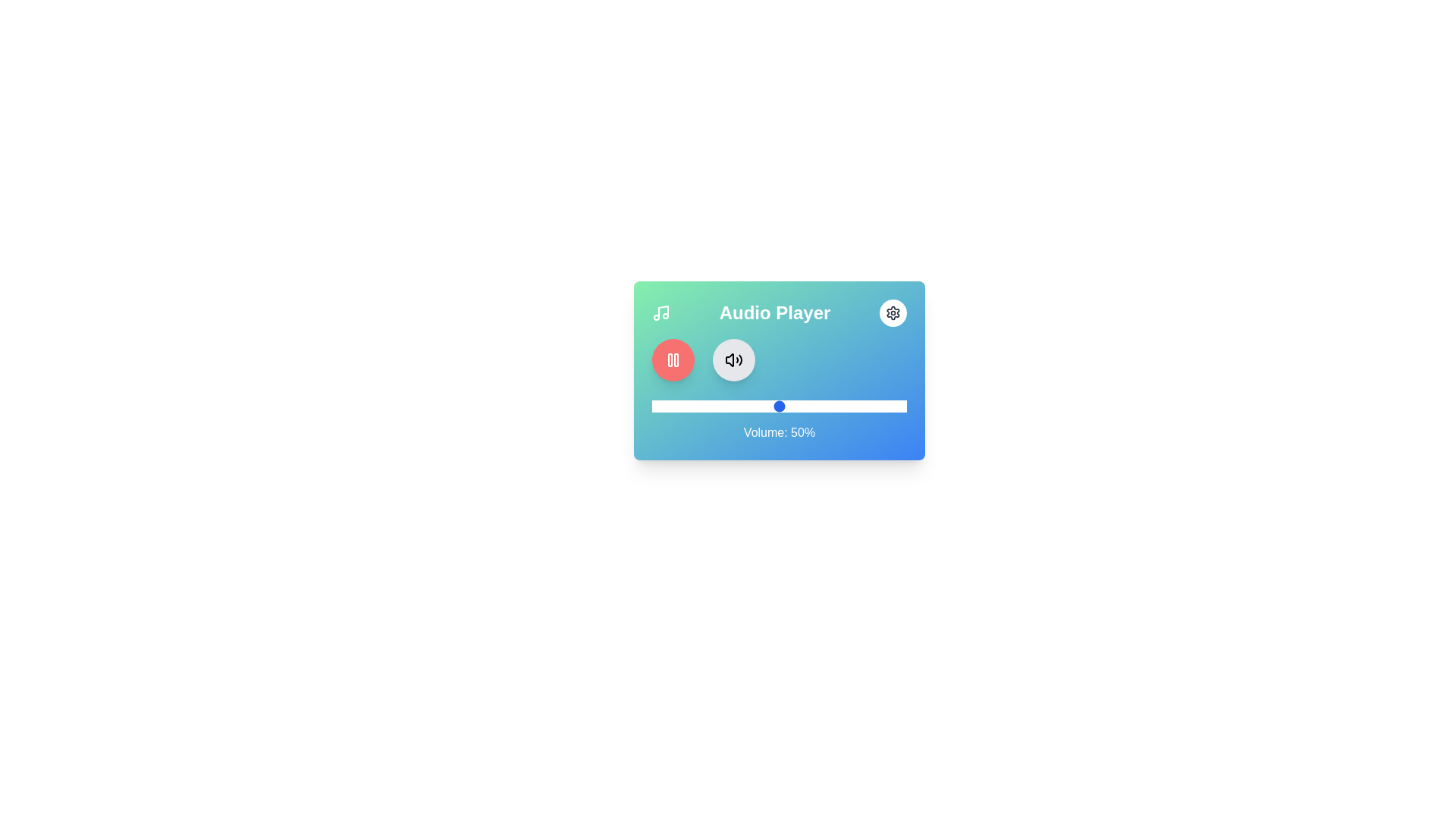 Image resolution: width=1456 pixels, height=819 pixels. Describe the element at coordinates (730, 359) in the screenshot. I see `the speaker icon representing volume control in the audio player interface by clicking on it to access associated functionality` at that location.